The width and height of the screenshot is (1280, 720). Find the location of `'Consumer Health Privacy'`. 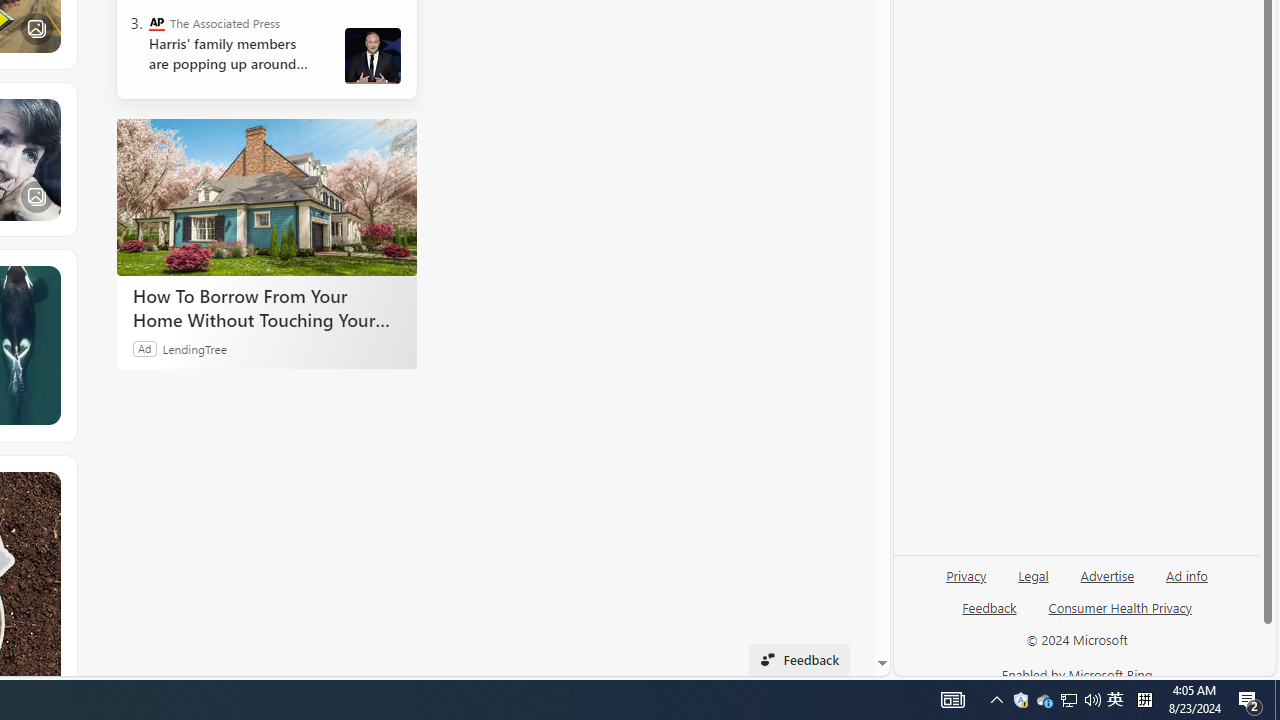

'Consumer Health Privacy' is located at coordinates (1120, 614).